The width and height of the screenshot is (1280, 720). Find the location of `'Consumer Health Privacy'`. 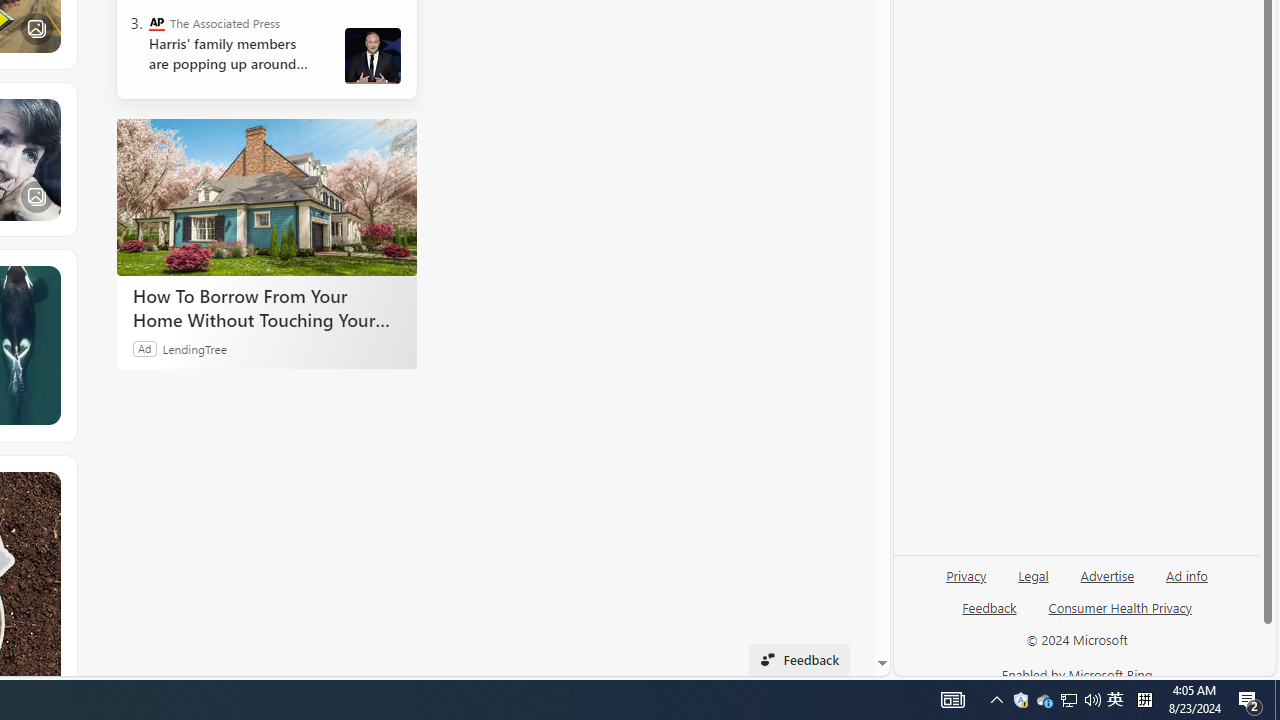

'Consumer Health Privacy' is located at coordinates (1120, 614).